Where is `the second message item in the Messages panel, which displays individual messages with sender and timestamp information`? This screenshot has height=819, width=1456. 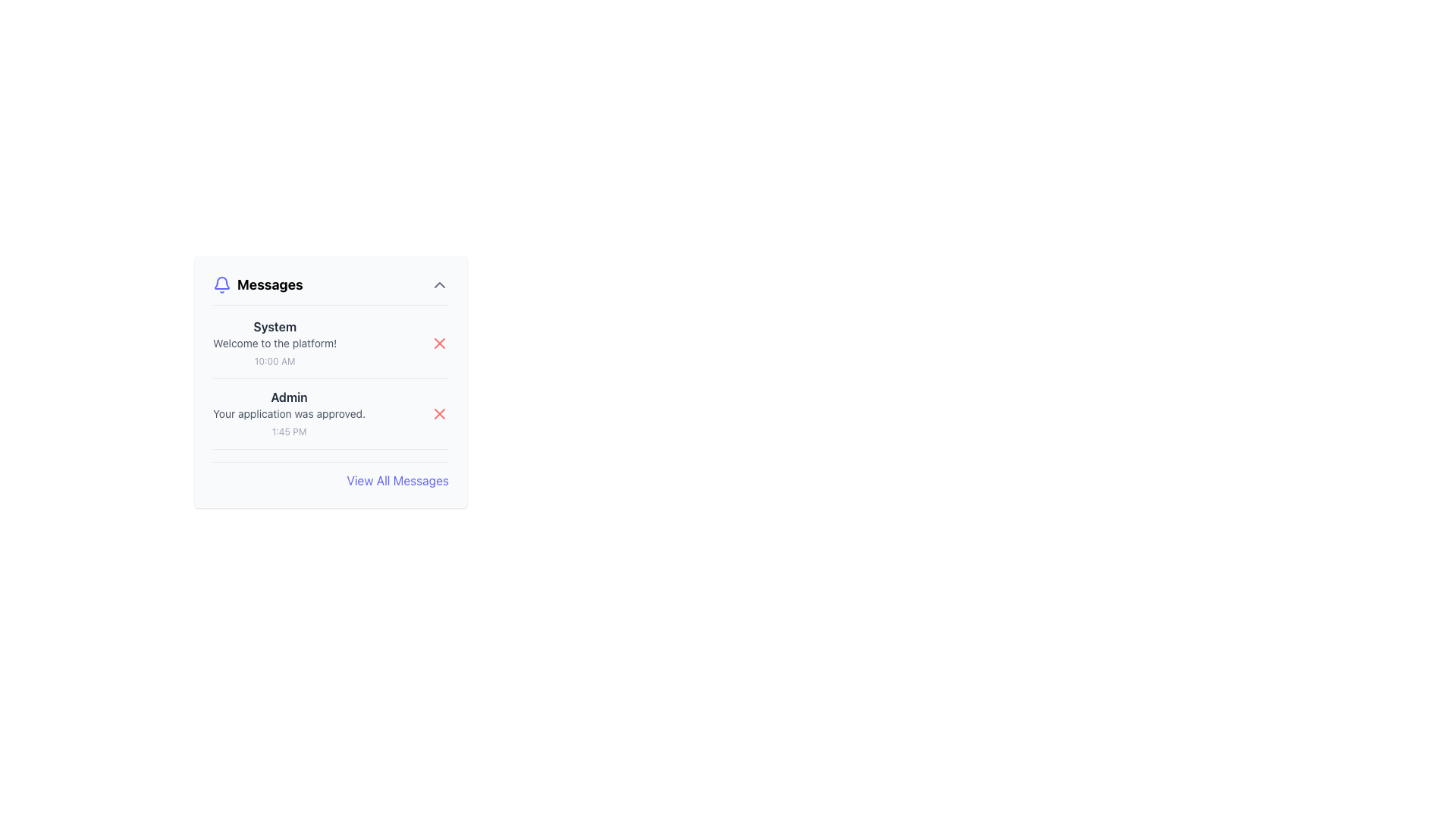
the second message item in the Messages panel, which displays individual messages with sender and timestamp information is located at coordinates (330, 382).